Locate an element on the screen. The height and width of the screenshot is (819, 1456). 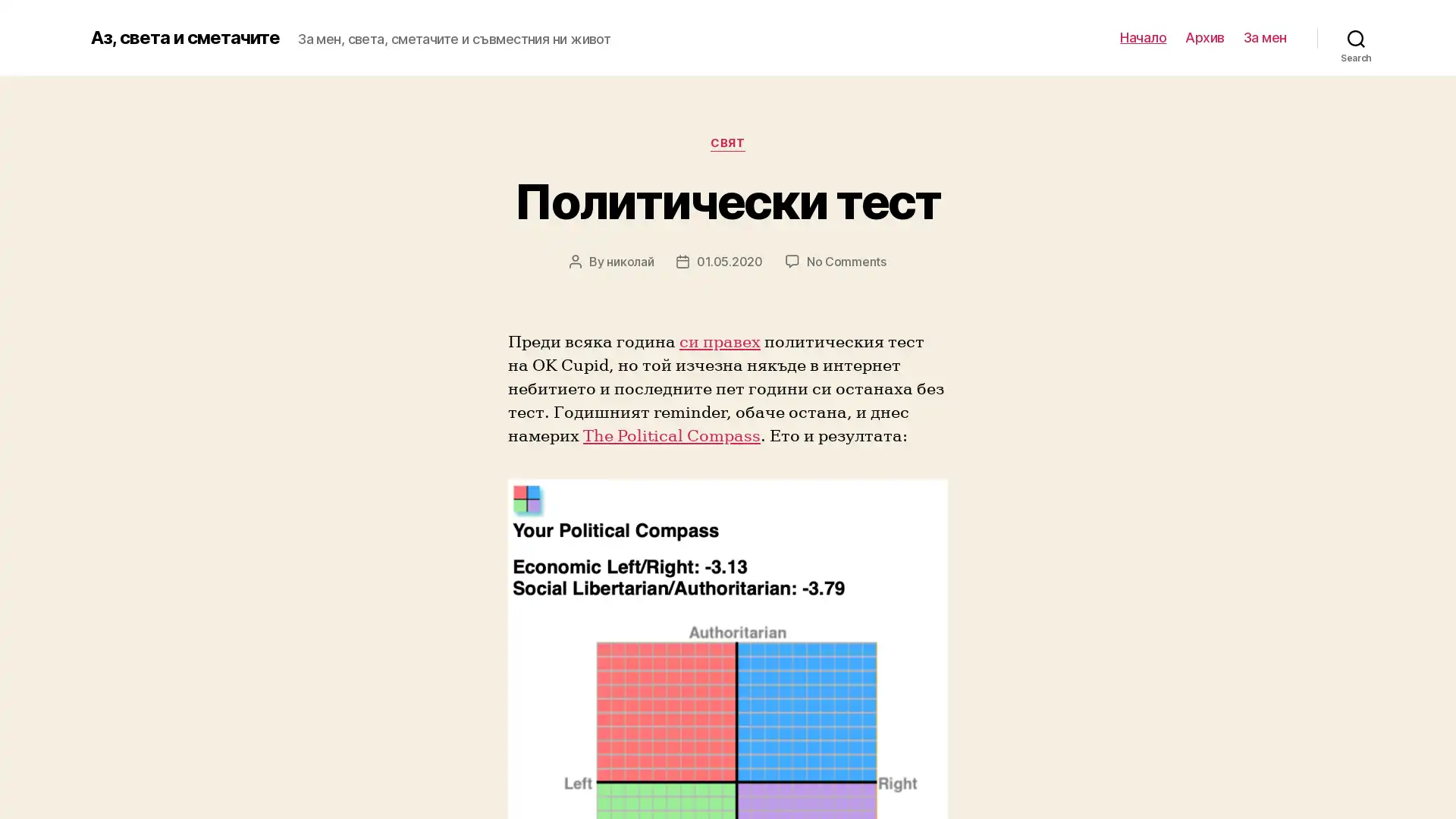
Search is located at coordinates (1356, 37).